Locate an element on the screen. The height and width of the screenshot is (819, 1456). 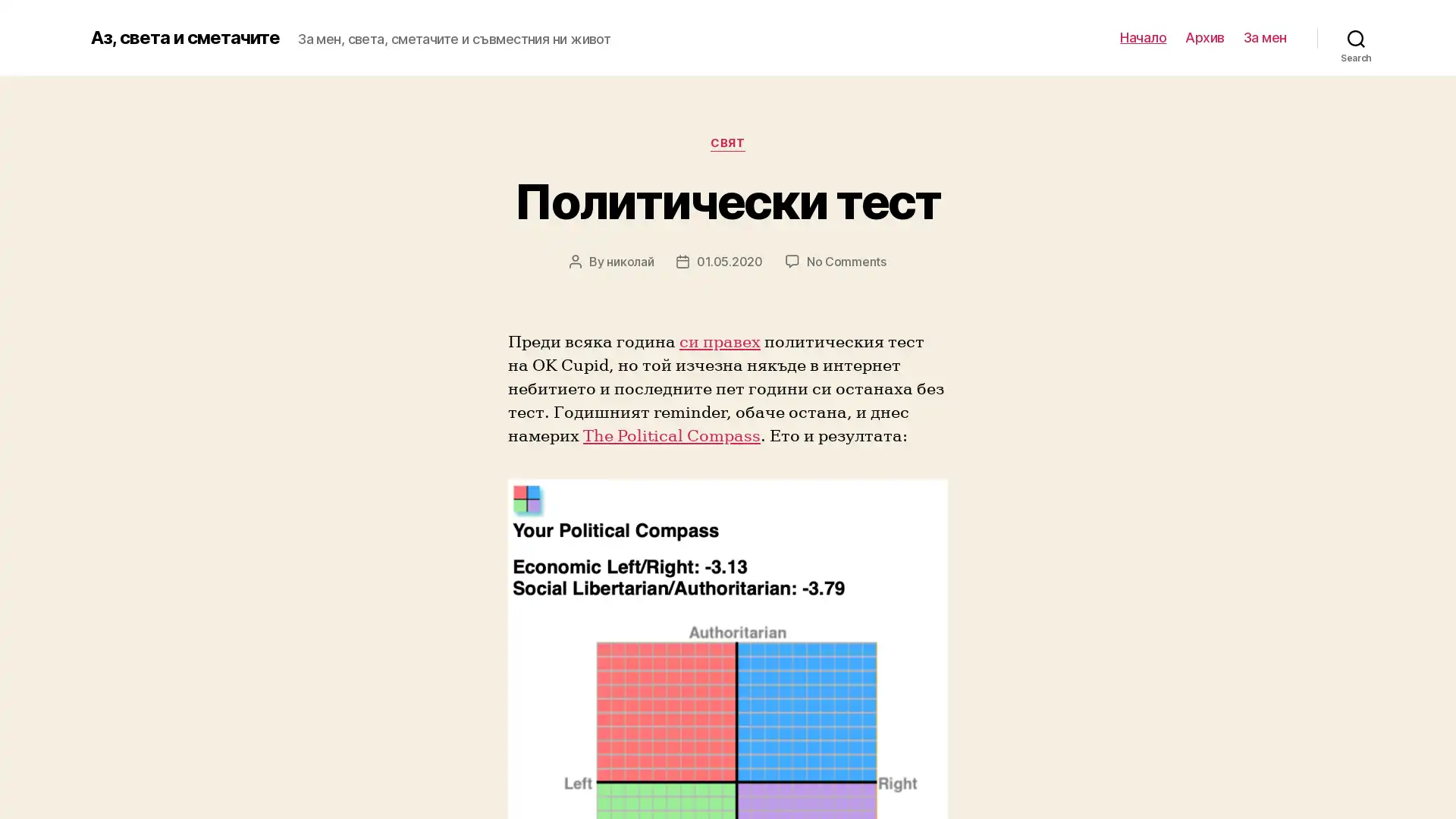
Search is located at coordinates (1356, 37).